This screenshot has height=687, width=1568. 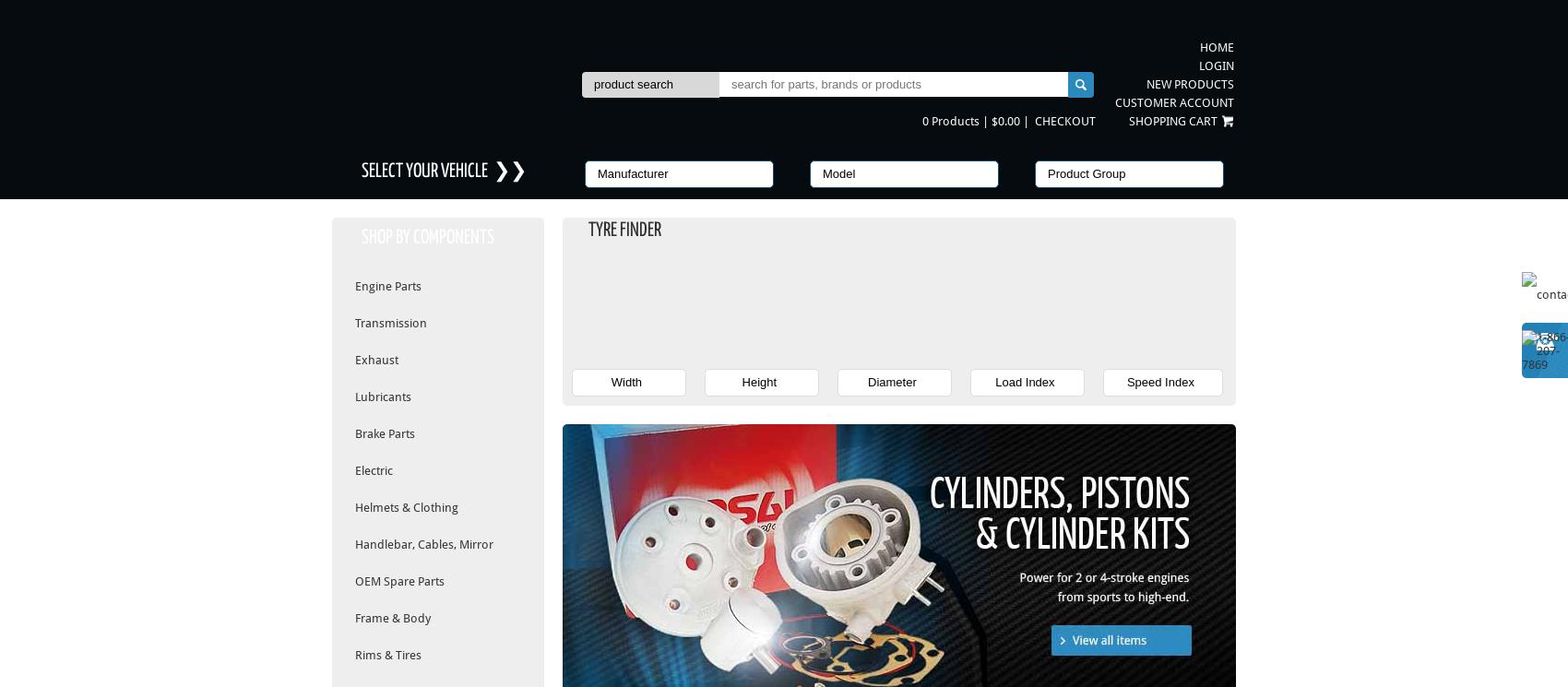 I want to click on 'OEM Spare Parts', so click(x=399, y=581).